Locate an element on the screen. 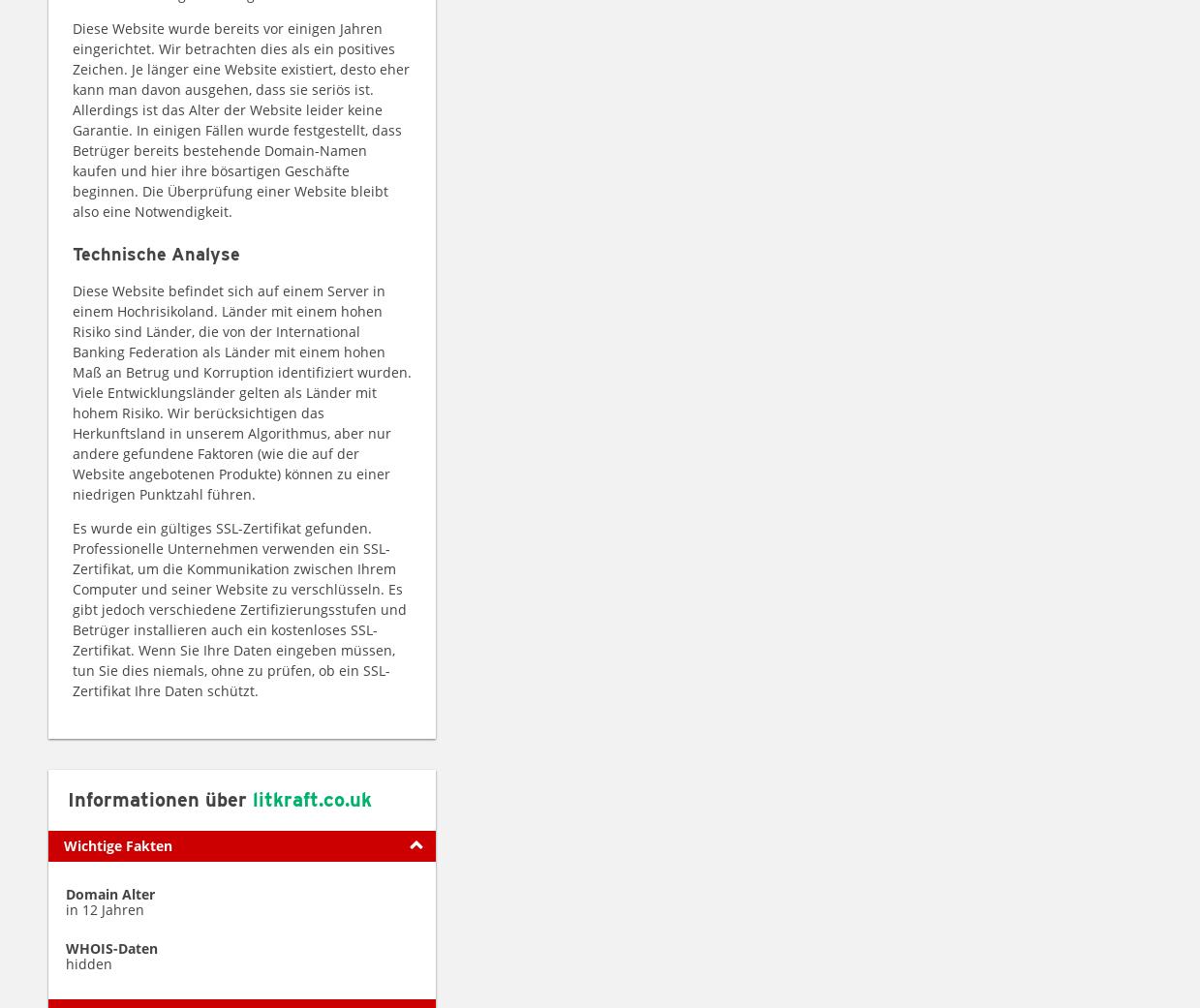  'Technische Analyse' is located at coordinates (71, 252).